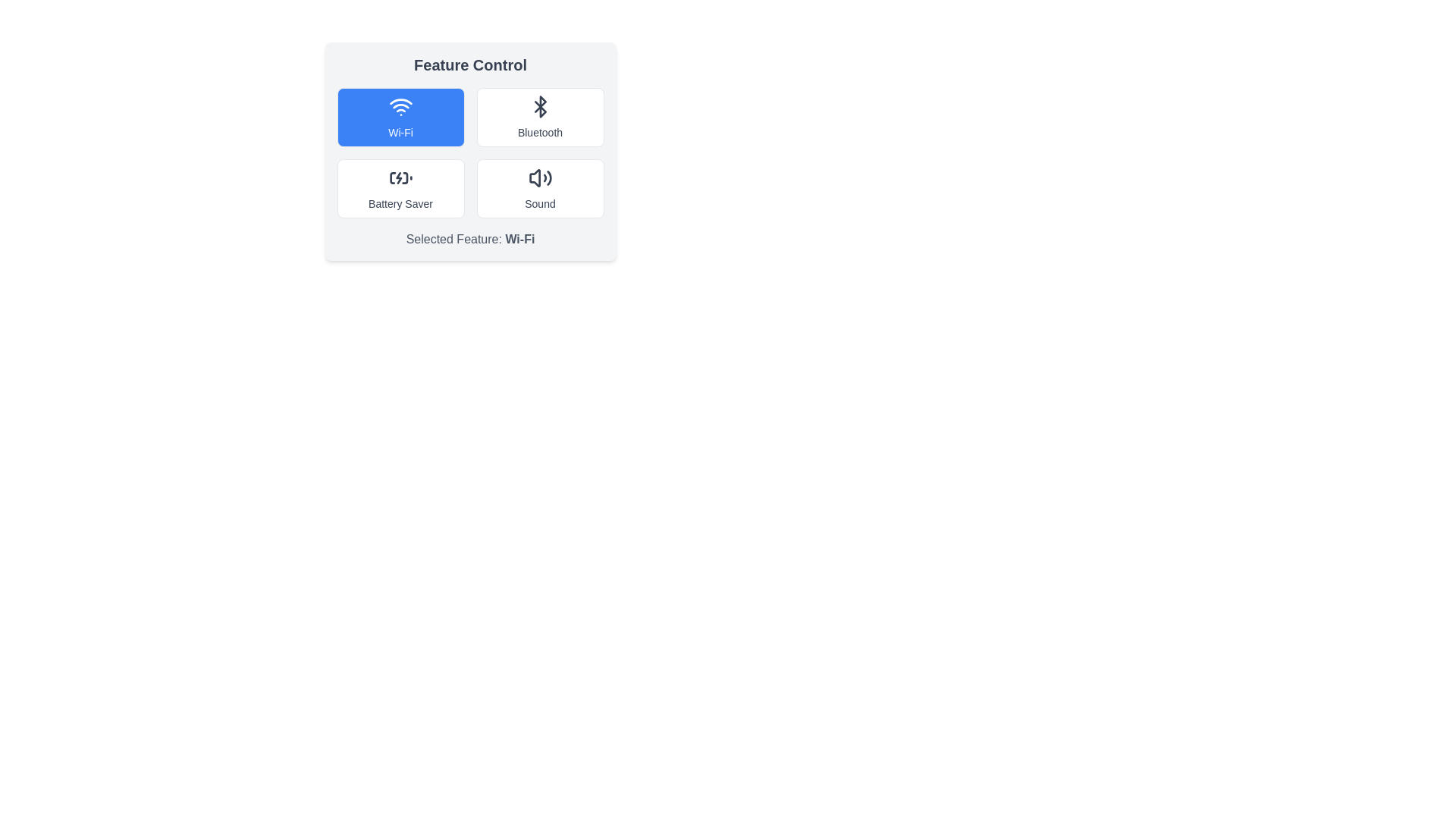  What do you see at coordinates (400, 188) in the screenshot?
I see `the feature Battery Saver by clicking on its corresponding button` at bounding box center [400, 188].